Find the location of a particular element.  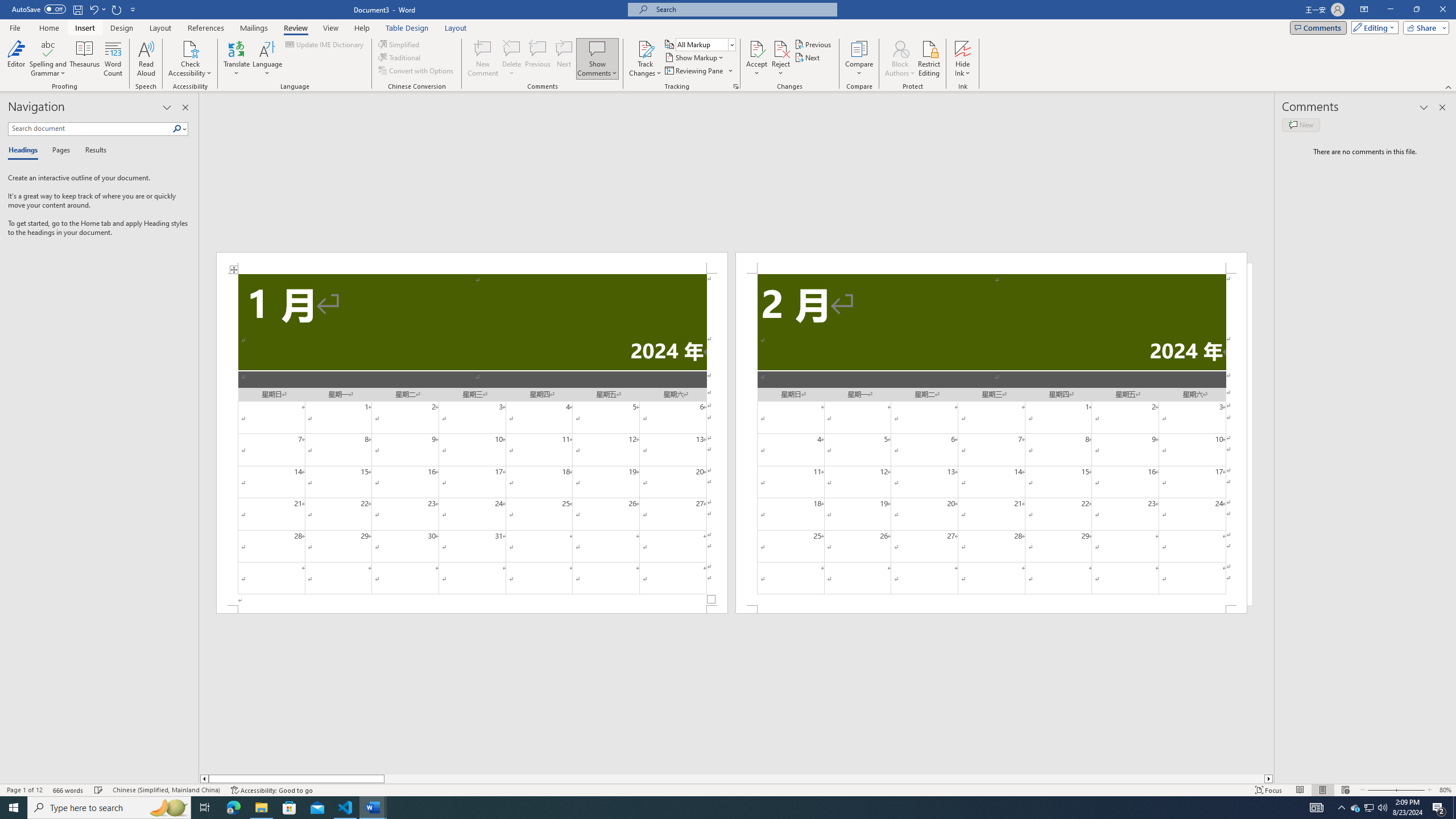

'Block Authors' is located at coordinates (900, 48).